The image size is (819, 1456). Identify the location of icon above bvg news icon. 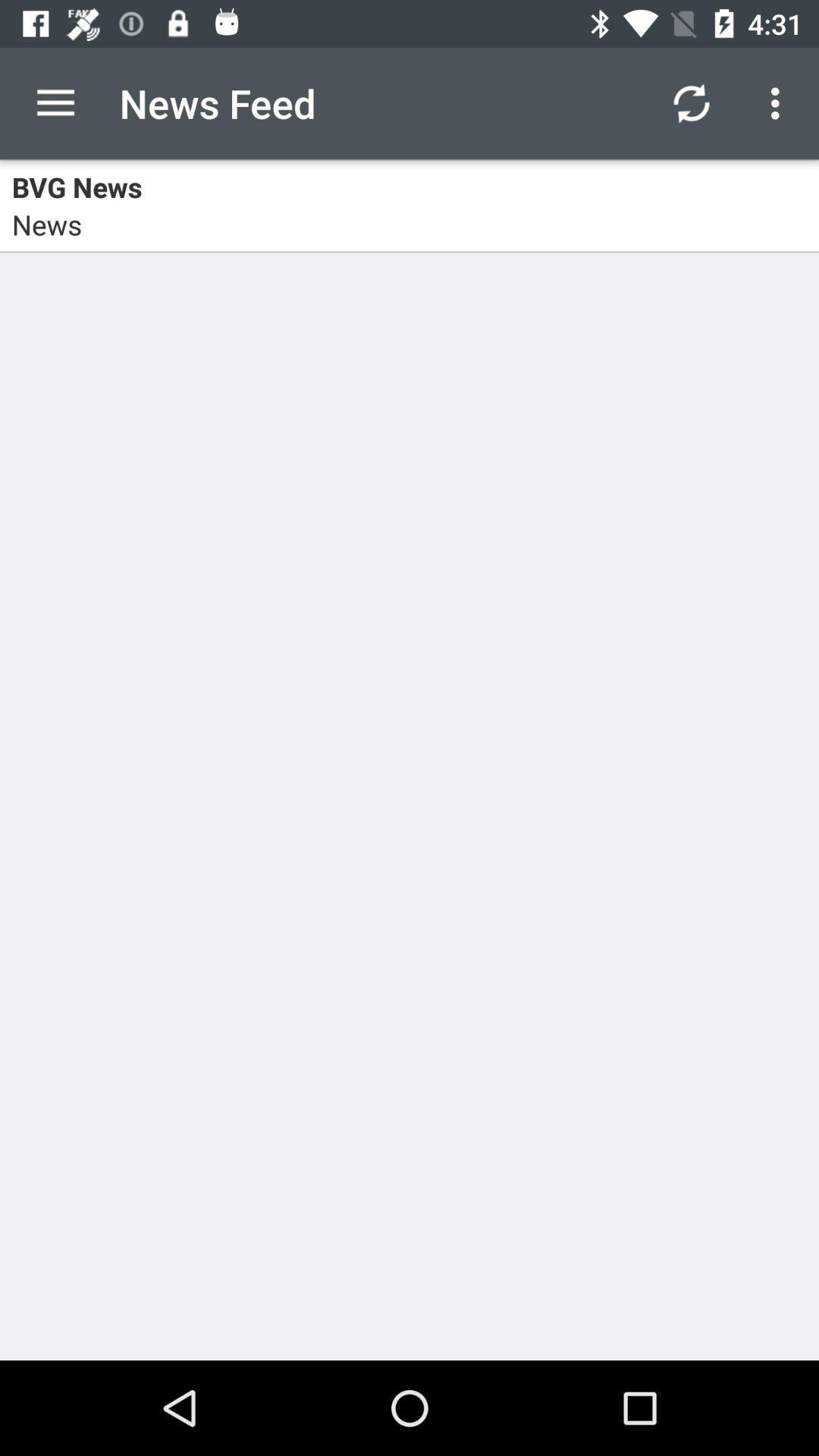
(779, 102).